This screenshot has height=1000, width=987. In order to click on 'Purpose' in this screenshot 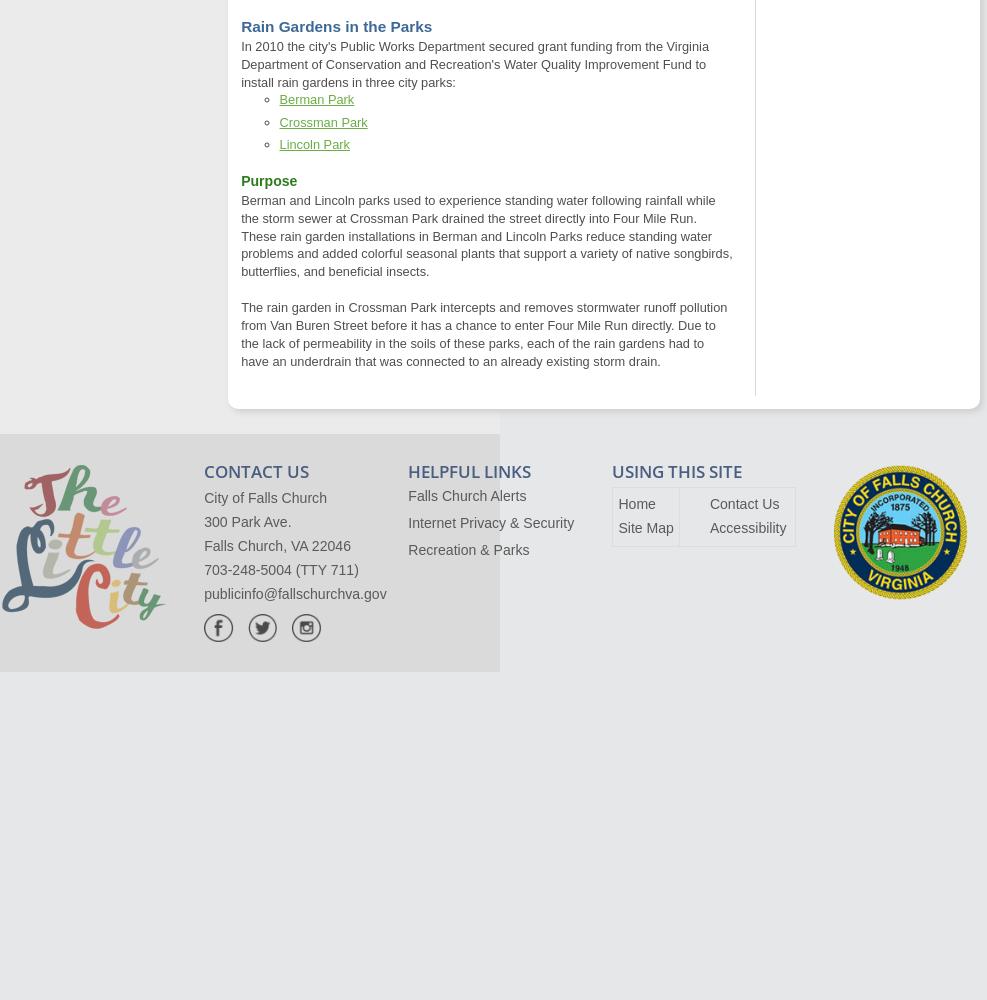, I will do `click(268, 181)`.